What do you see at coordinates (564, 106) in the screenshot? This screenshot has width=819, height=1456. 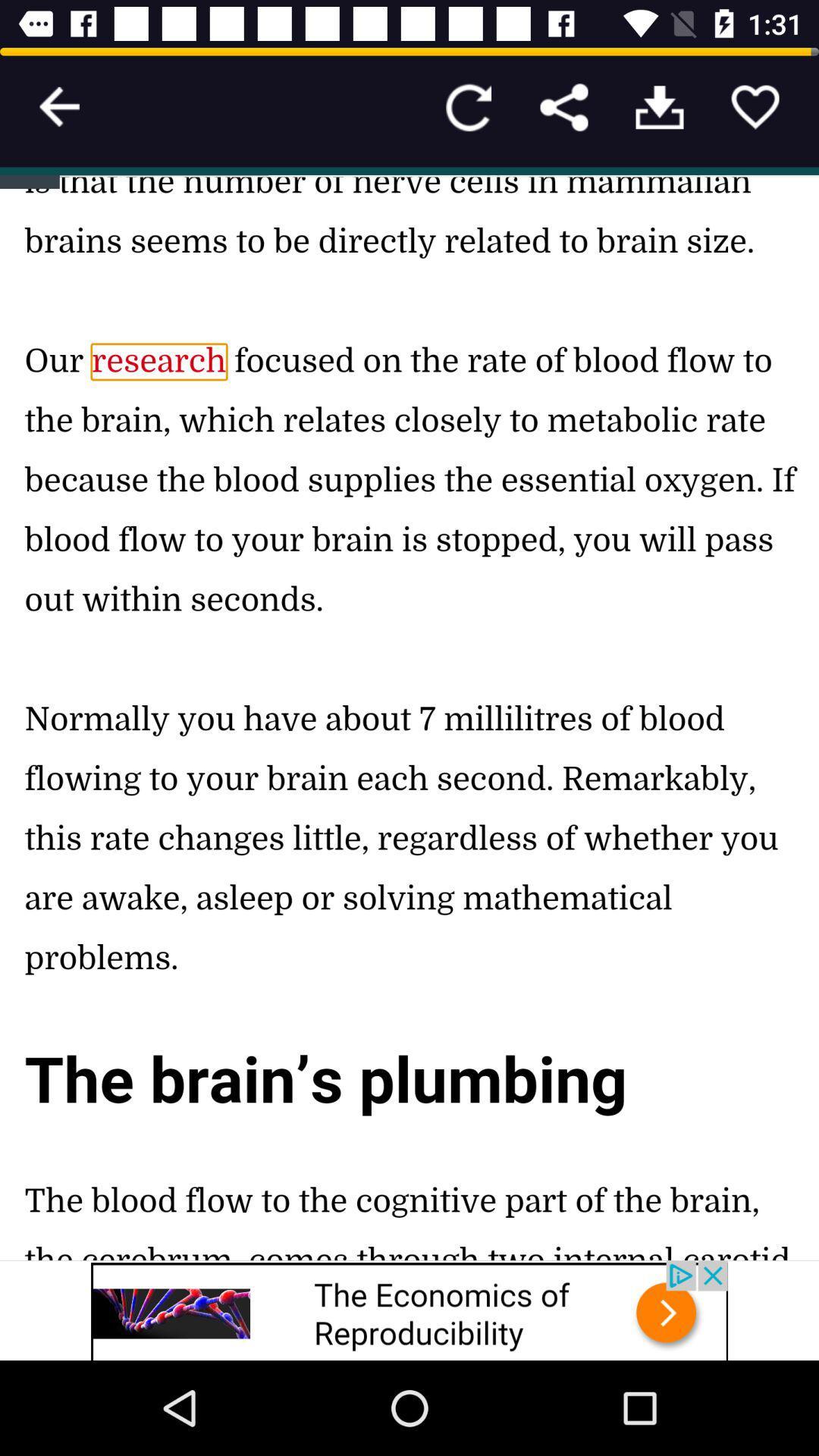 I see `the share icon` at bounding box center [564, 106].